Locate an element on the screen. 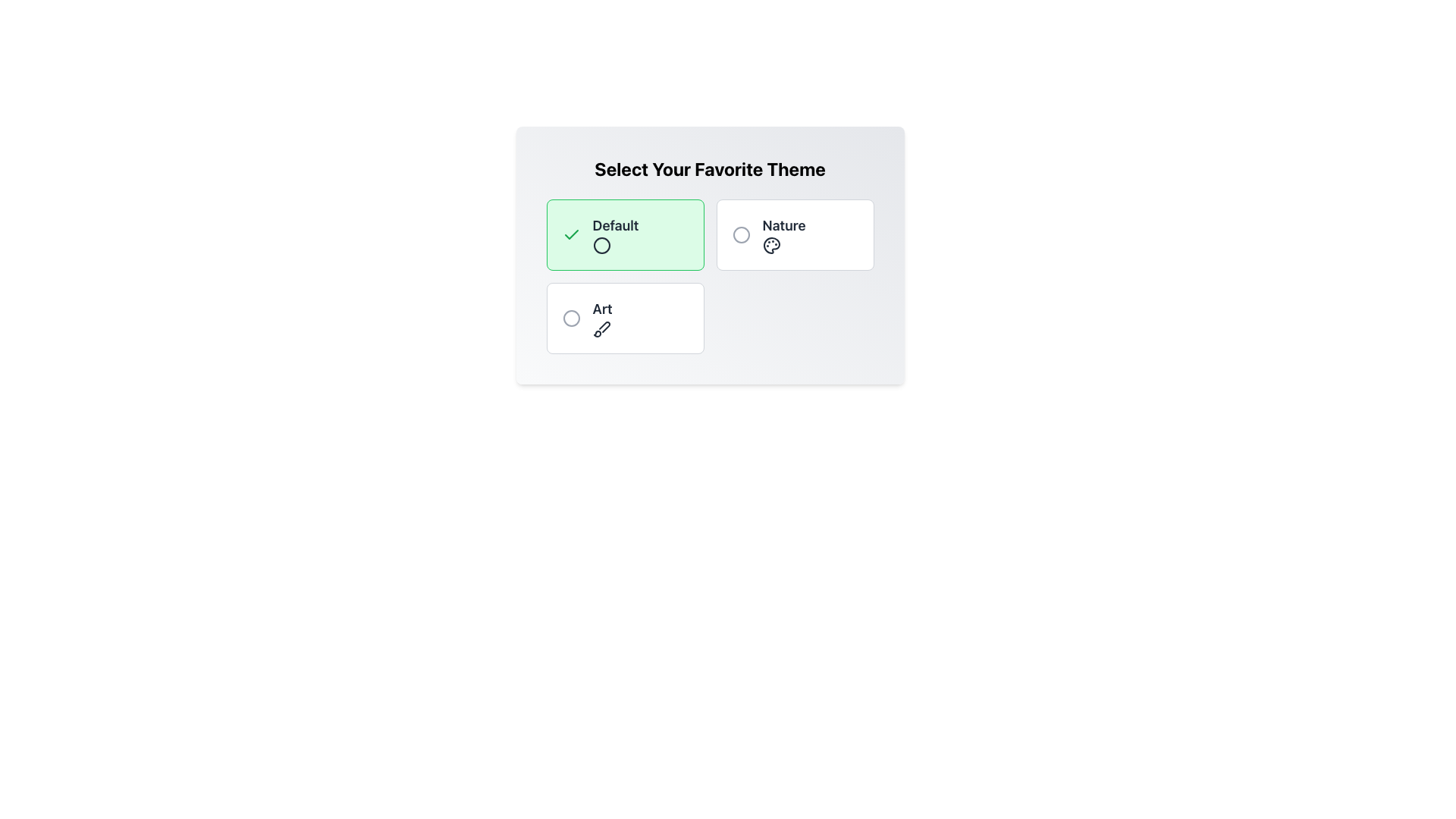 This screenshot has height=819, width=1456. the 'Art' theme icon located in the bottom-left quadrant of the options group, which visually represents the Art theme option is located at coordinates (603, 326).